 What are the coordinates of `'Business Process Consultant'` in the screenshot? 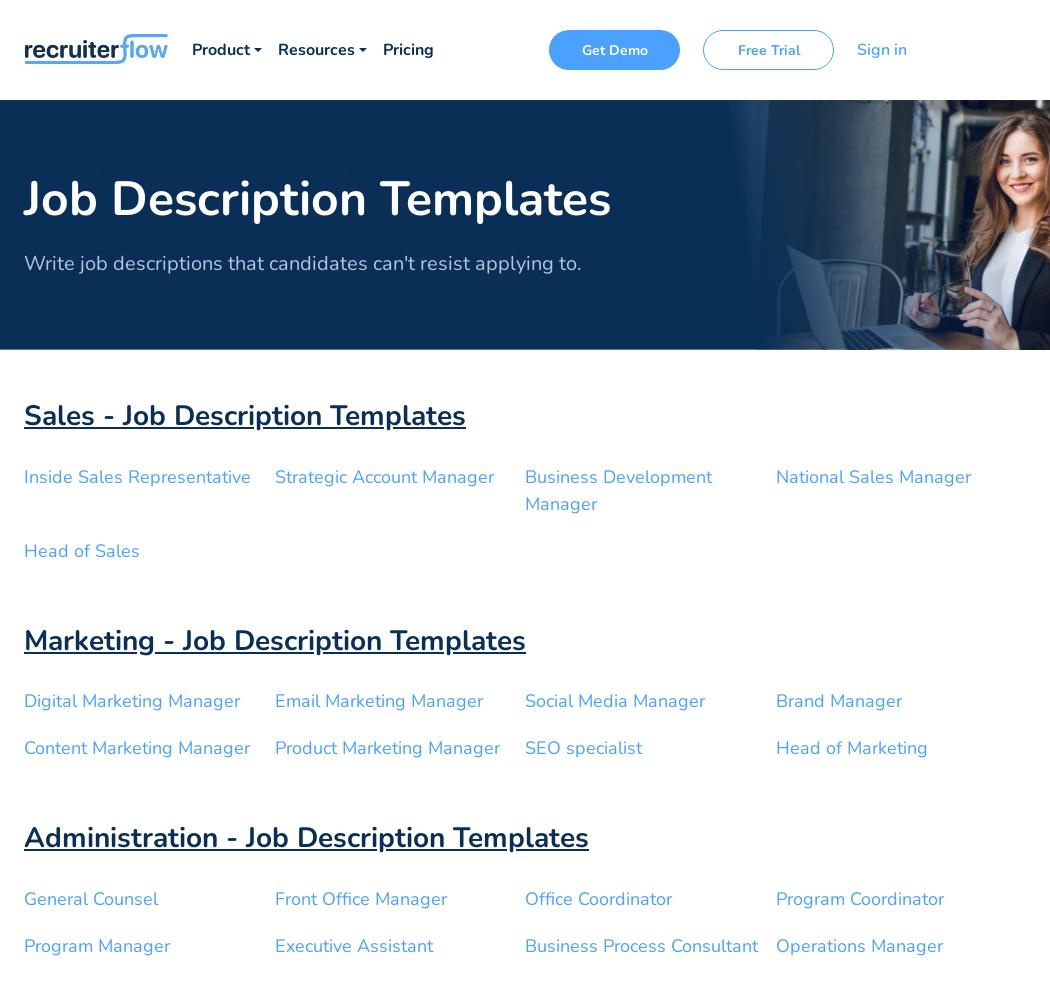 It's located at (640, 944).